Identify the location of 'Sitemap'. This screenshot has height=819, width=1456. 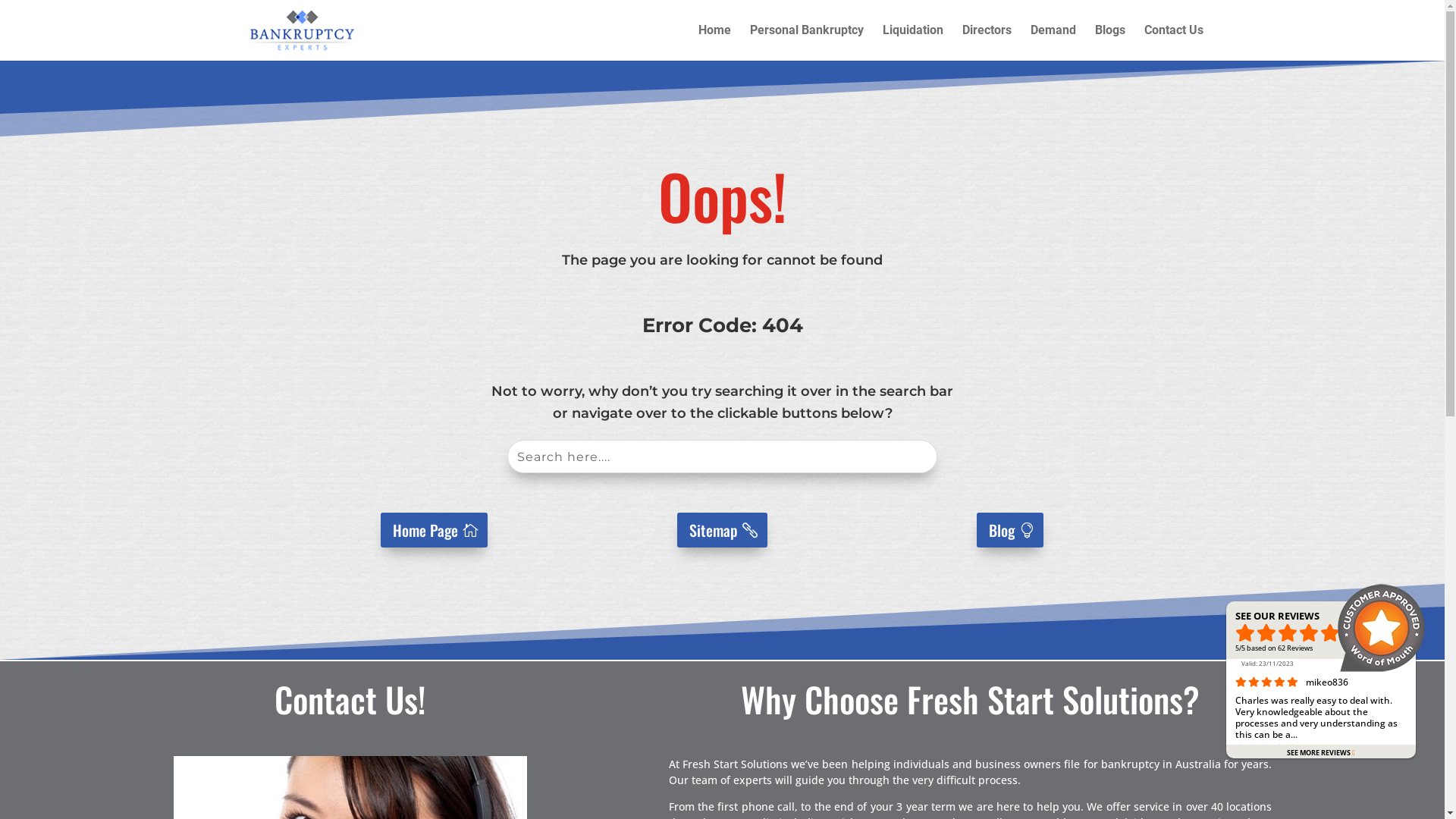
(720, 529).